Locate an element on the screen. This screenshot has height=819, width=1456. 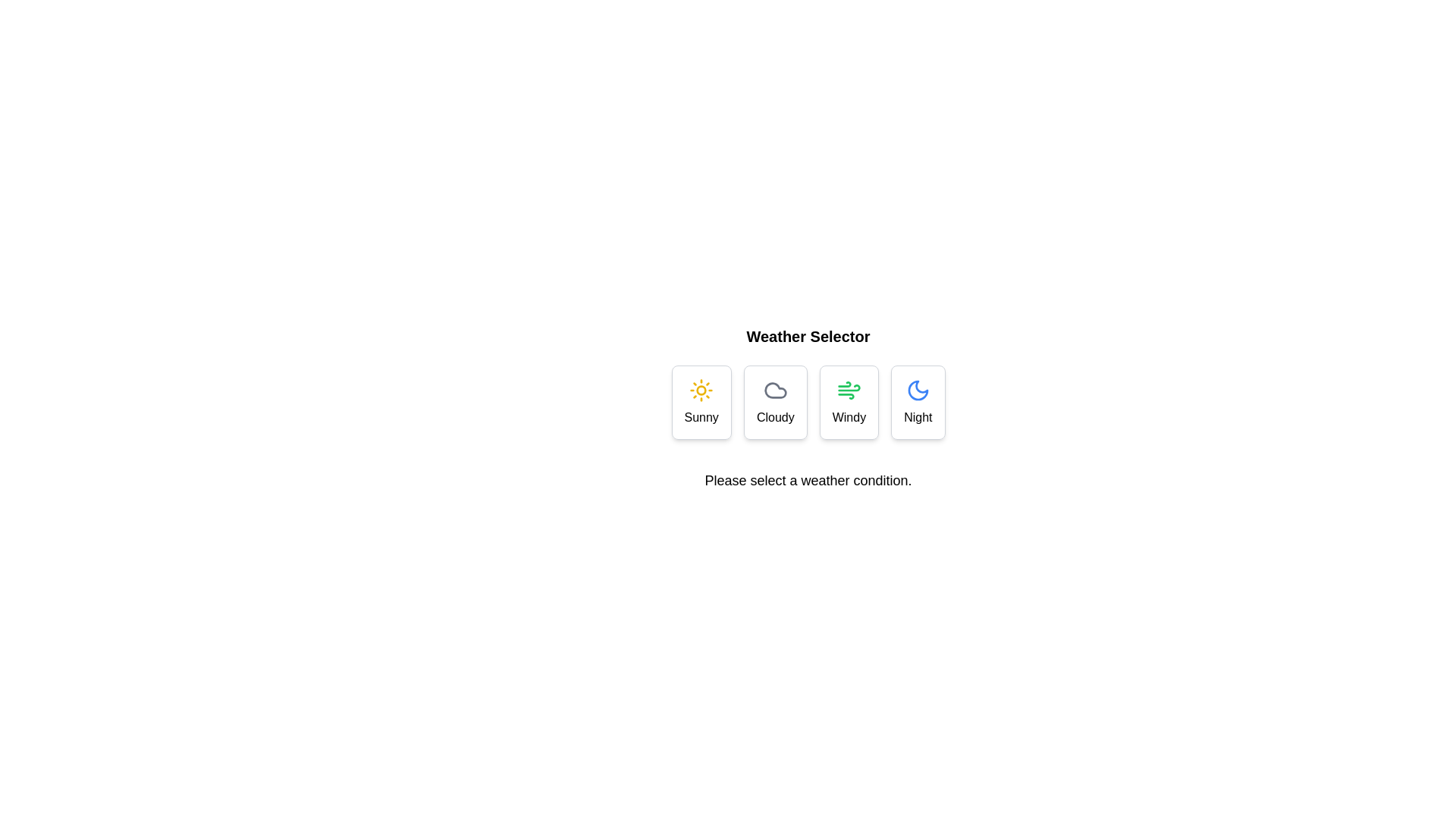
the Text Label indicating nighttime weather condition, located below the crescent moon icon in the fourth card of the weather selector interface is located at coordinates (917, 418).